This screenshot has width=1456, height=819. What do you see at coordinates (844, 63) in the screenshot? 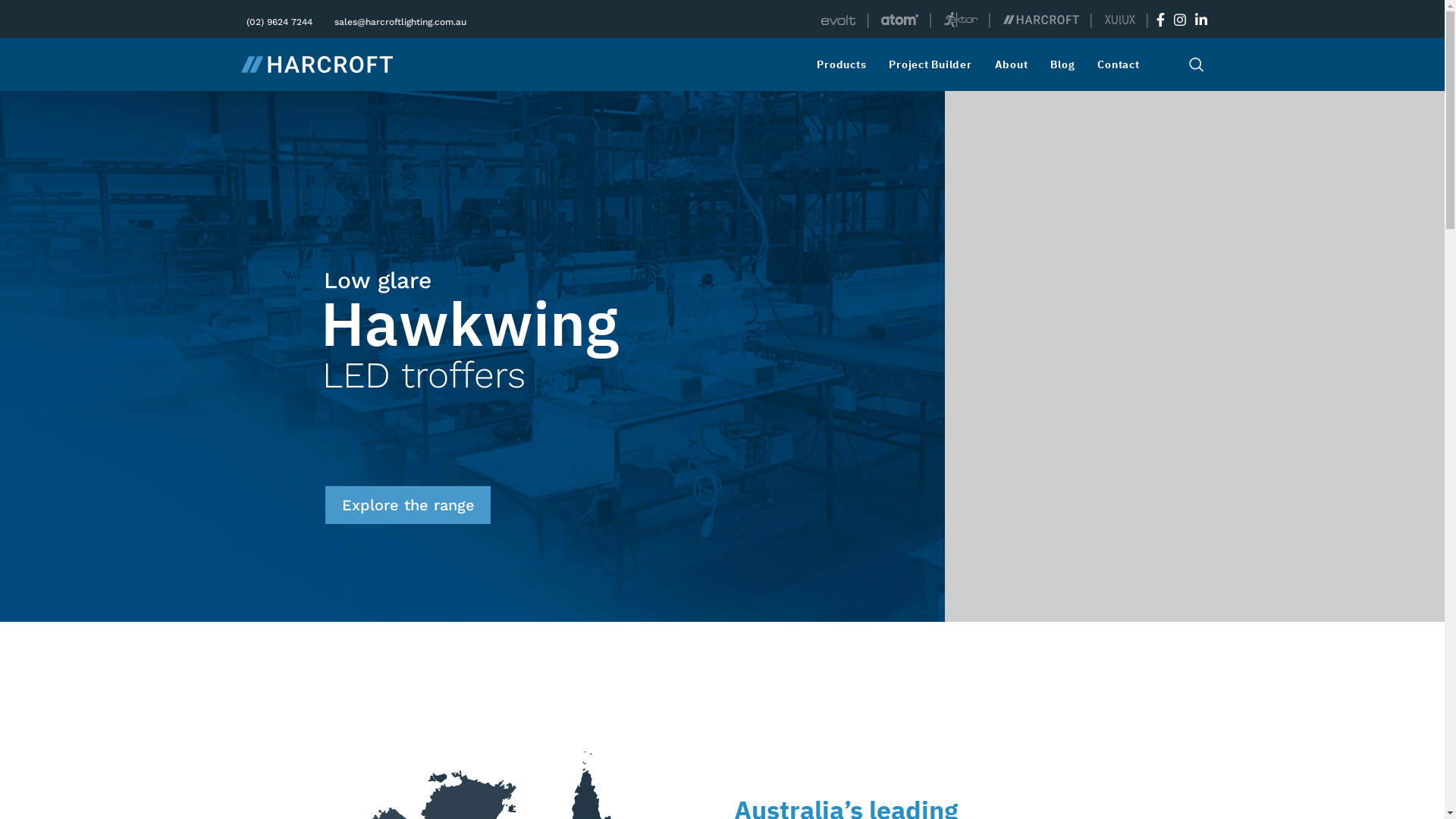
I see `'Products'` at bounding box center [844, 63].